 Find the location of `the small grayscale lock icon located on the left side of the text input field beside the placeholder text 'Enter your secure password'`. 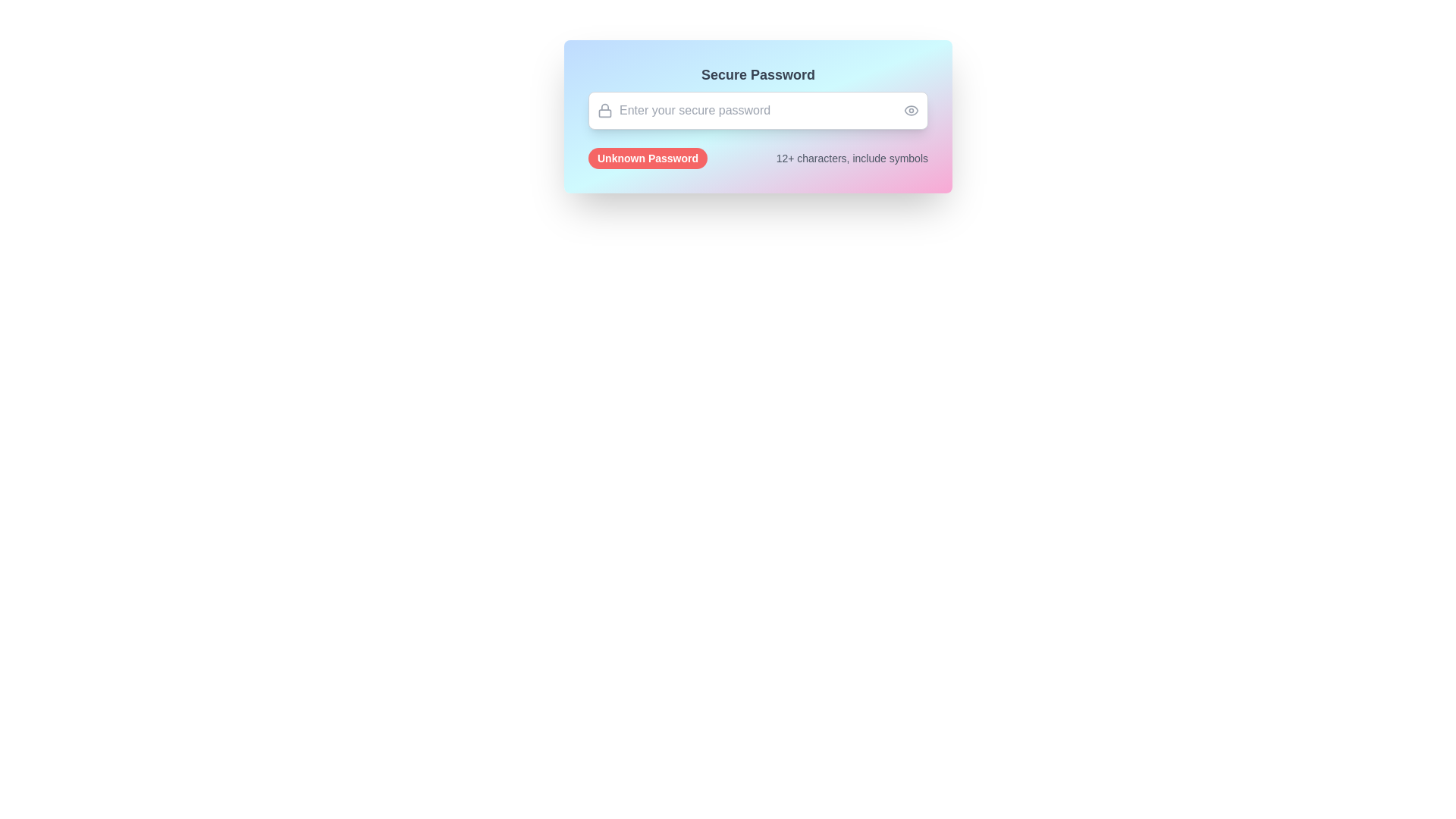

the small grayscale lock icon located on the left side of the text input field beside the placeholder text 'Enter your secure password' is located at coordinates (604, 110).